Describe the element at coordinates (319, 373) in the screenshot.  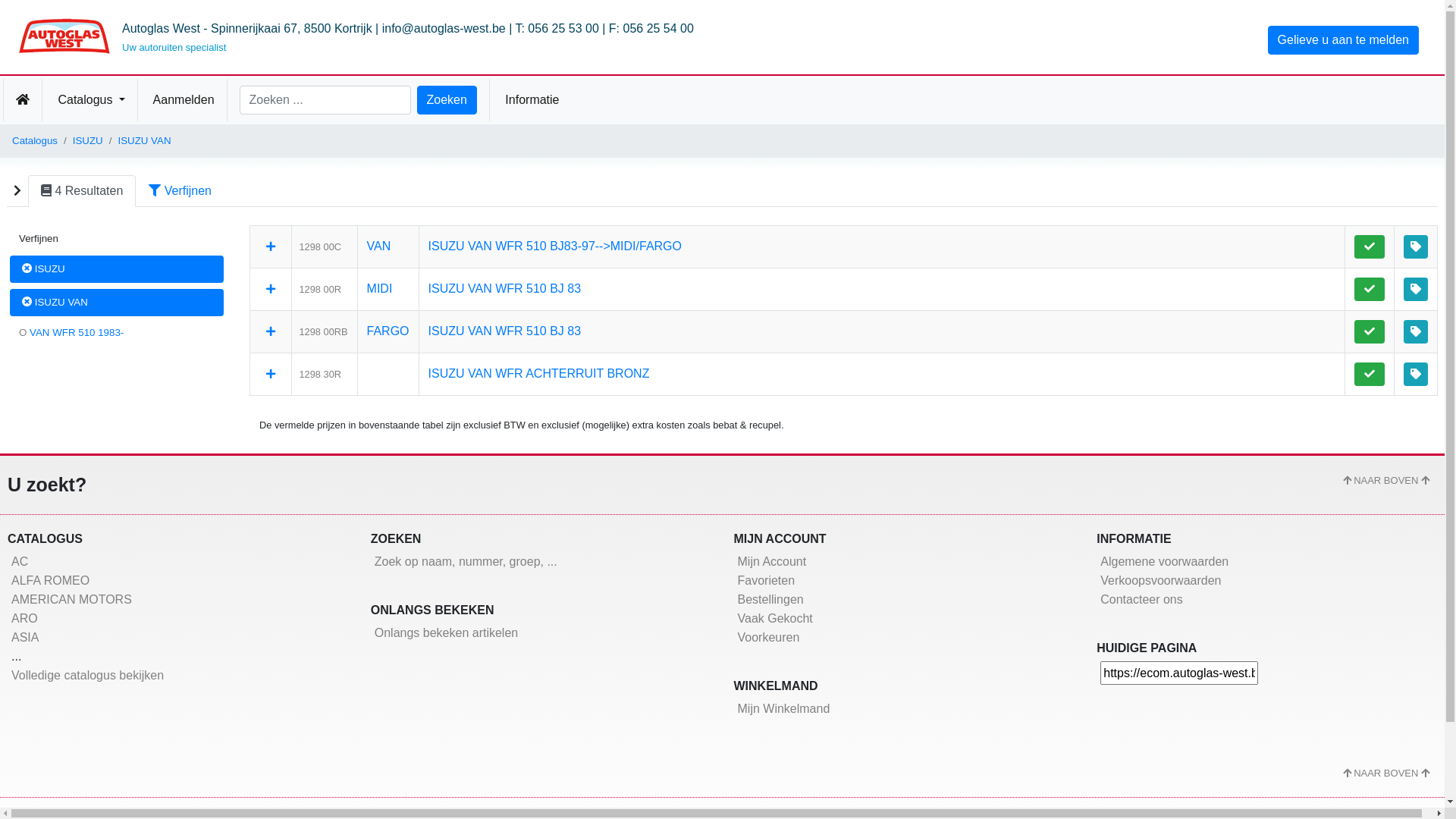
I see `'1298 30R'` at that location.